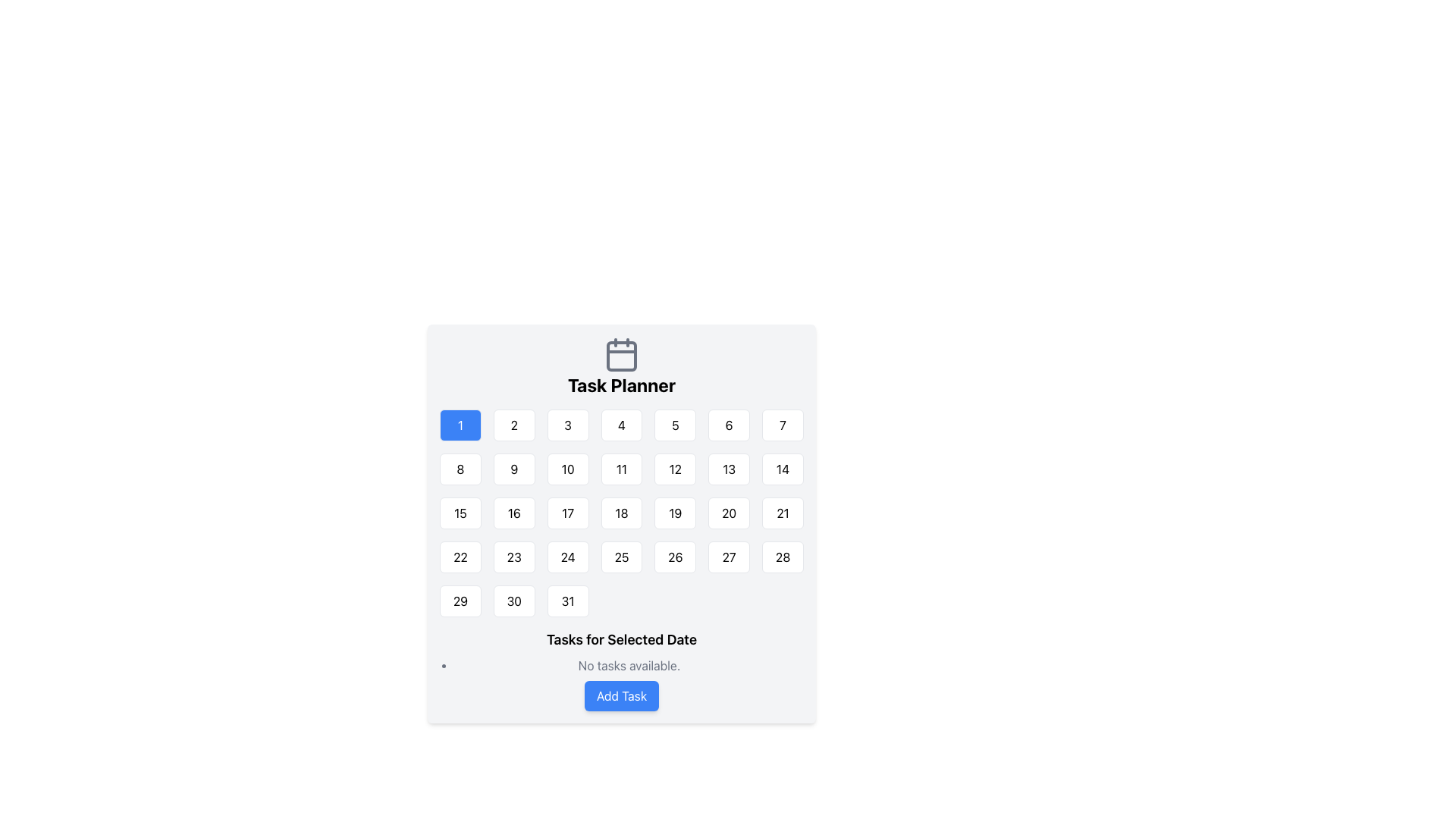 This screenshot has width=1456, height=819. What do you see at coordinates (674, 513) in the screenshot?
I see `the square button displaying the number '19' in bold black text, located in the third row and fifth column of the calendar grid` at bounding box center [674, 513].